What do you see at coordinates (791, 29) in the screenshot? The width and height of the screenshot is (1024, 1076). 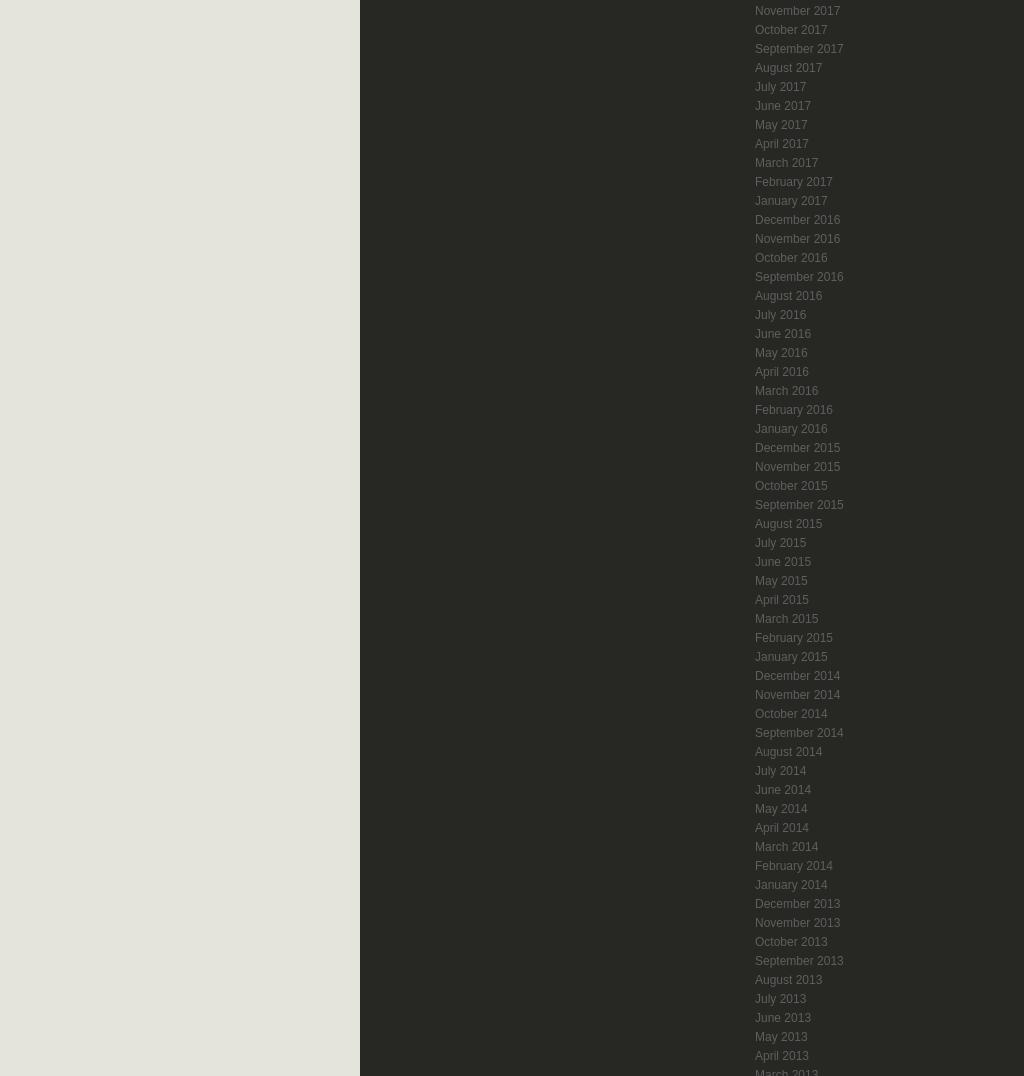 I see `'October 2017'` at bounding box center [791, 29].